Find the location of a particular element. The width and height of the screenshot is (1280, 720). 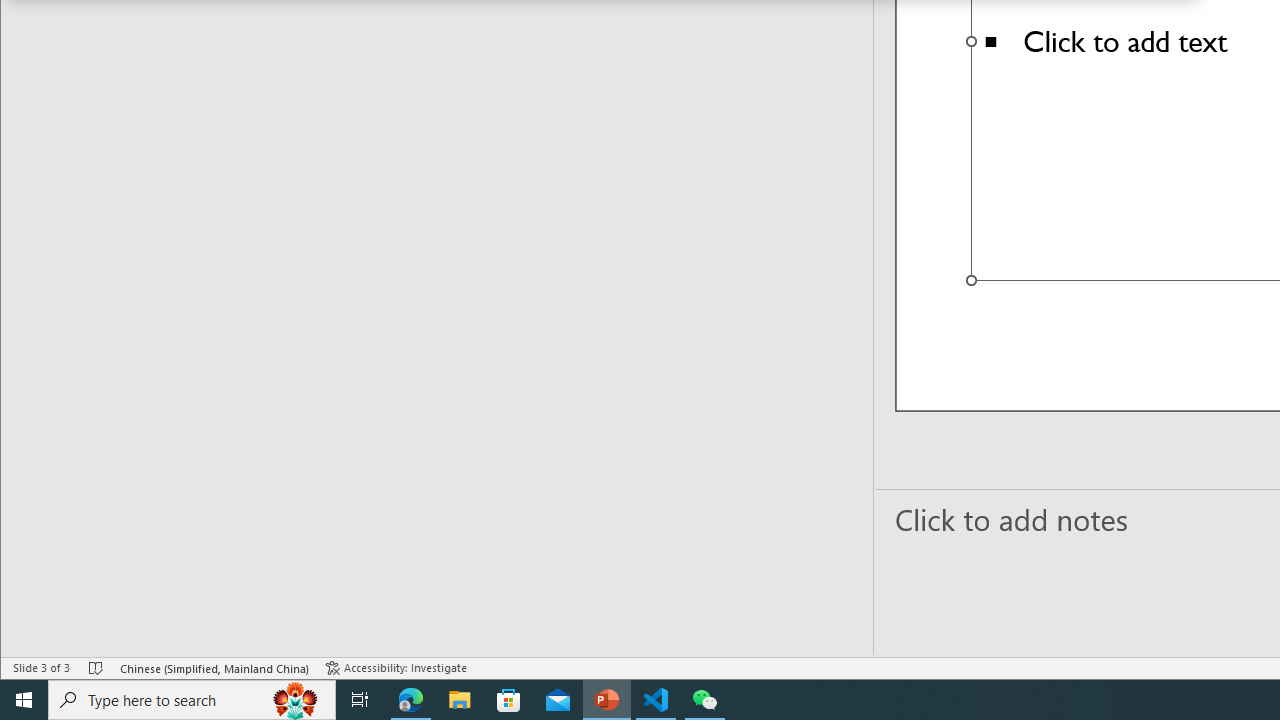

'Task View' is located at coordinates (359, 698).